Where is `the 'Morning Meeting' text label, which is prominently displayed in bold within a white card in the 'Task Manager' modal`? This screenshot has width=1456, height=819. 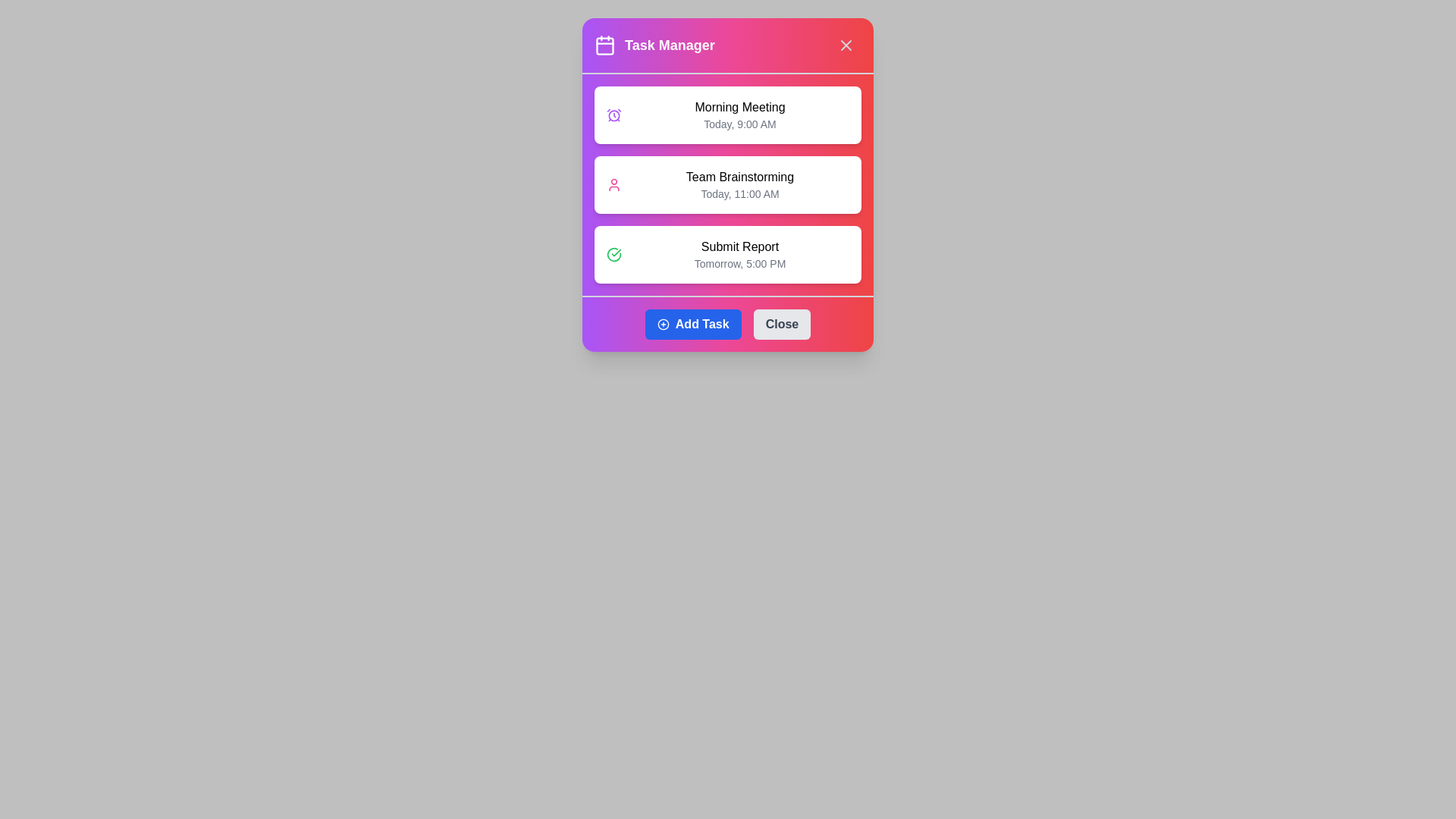
the 'Morning Meeting' text label, which is prominently displayed in bold within a white card in the 'Task Manager' modal is located at coordinates (739, 107).